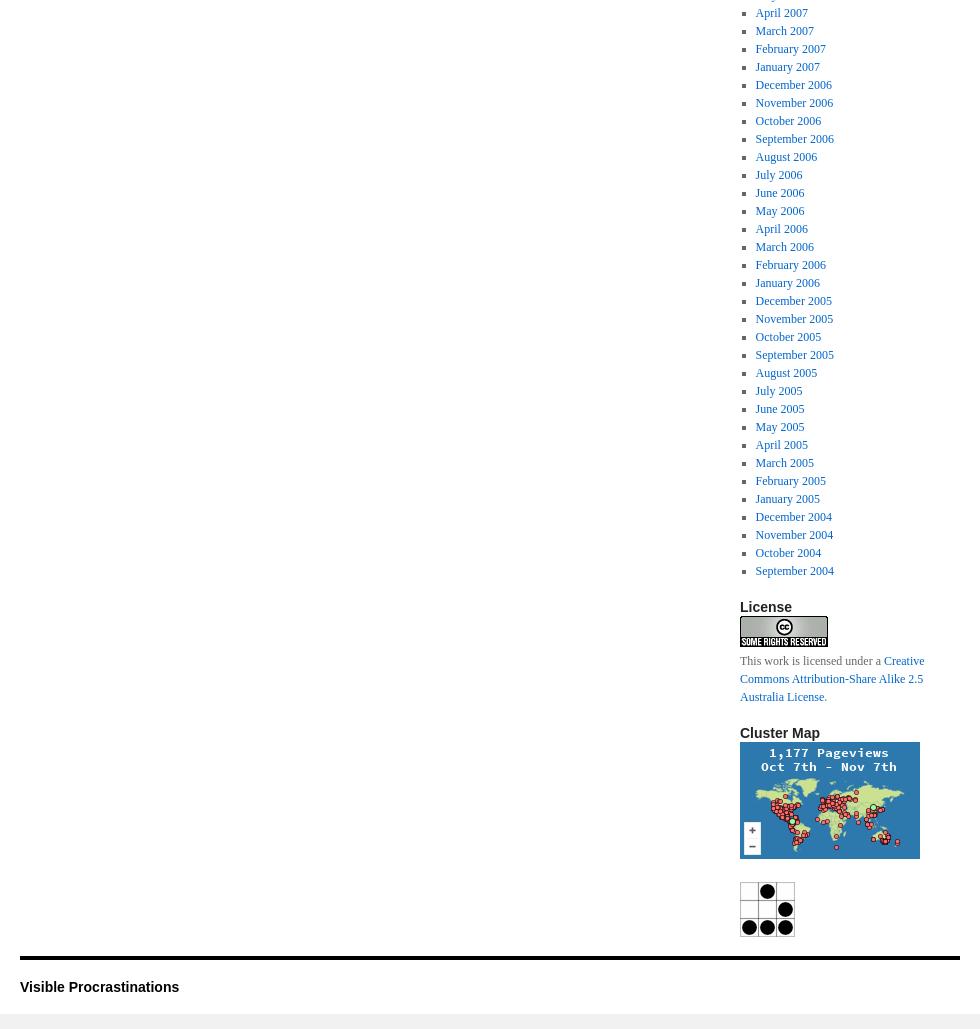 This screenshot has width=980, height=1029. What do you see at coordinates (754, 211) in the screenshot?
I see `'May 2006'` at bounding box center [754, 211].